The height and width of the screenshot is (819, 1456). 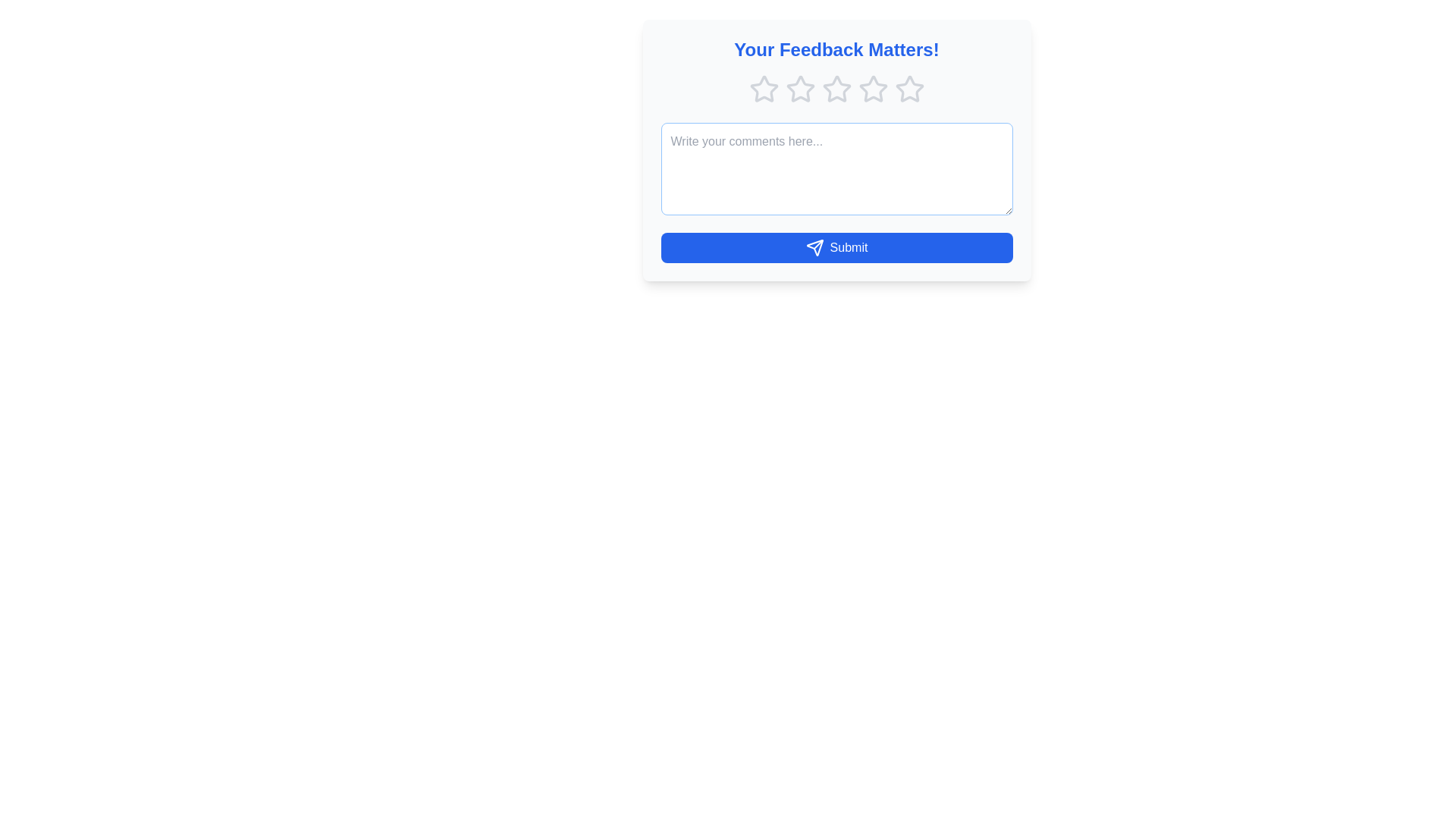 I want to click on the star in the Rating component, so click(x=836, y=89).